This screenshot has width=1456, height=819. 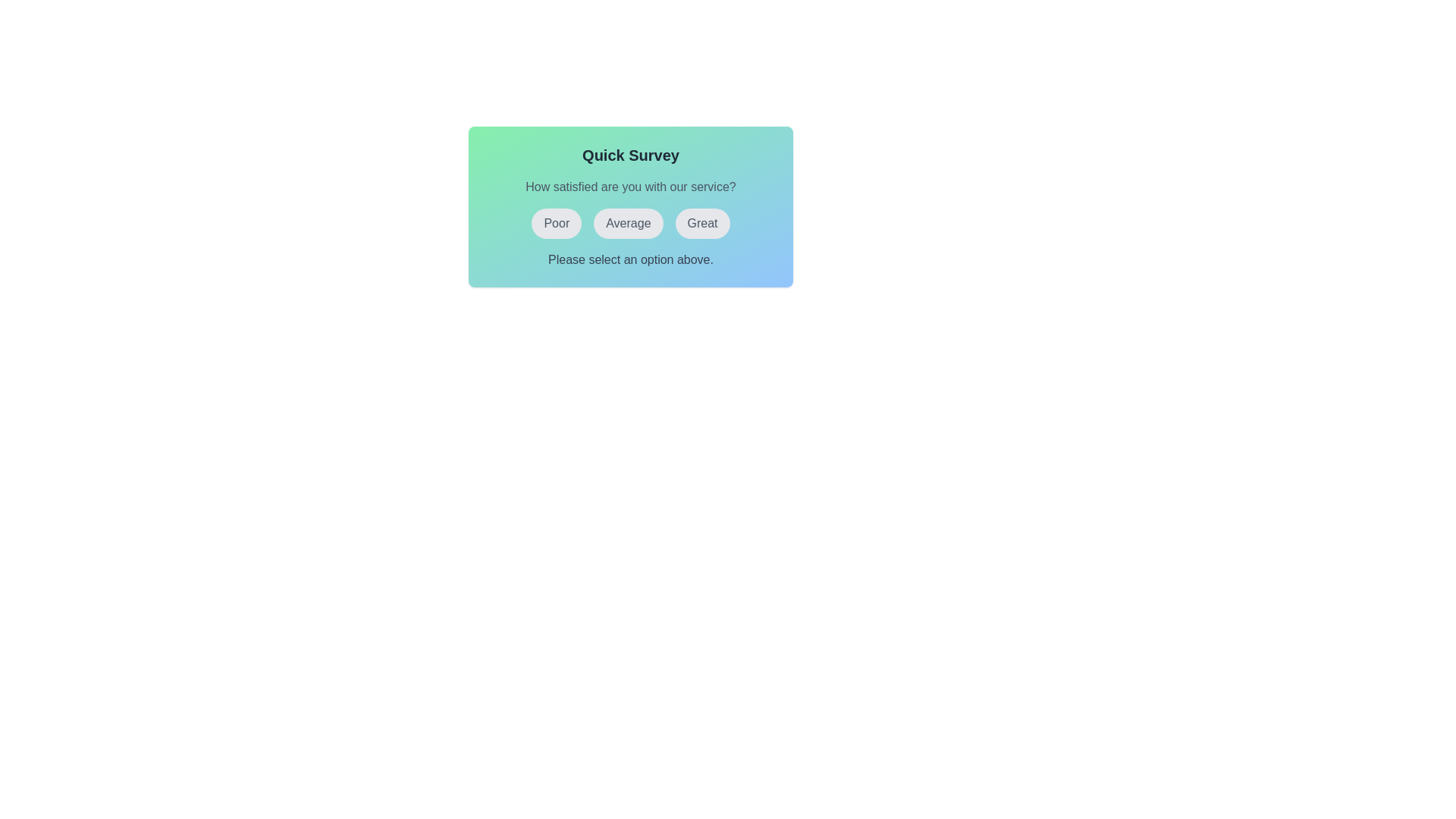 What do you see at coordinates (628, 223) in the screenshot?
I see `the button labeled Average` at bounding box center [628, 223].